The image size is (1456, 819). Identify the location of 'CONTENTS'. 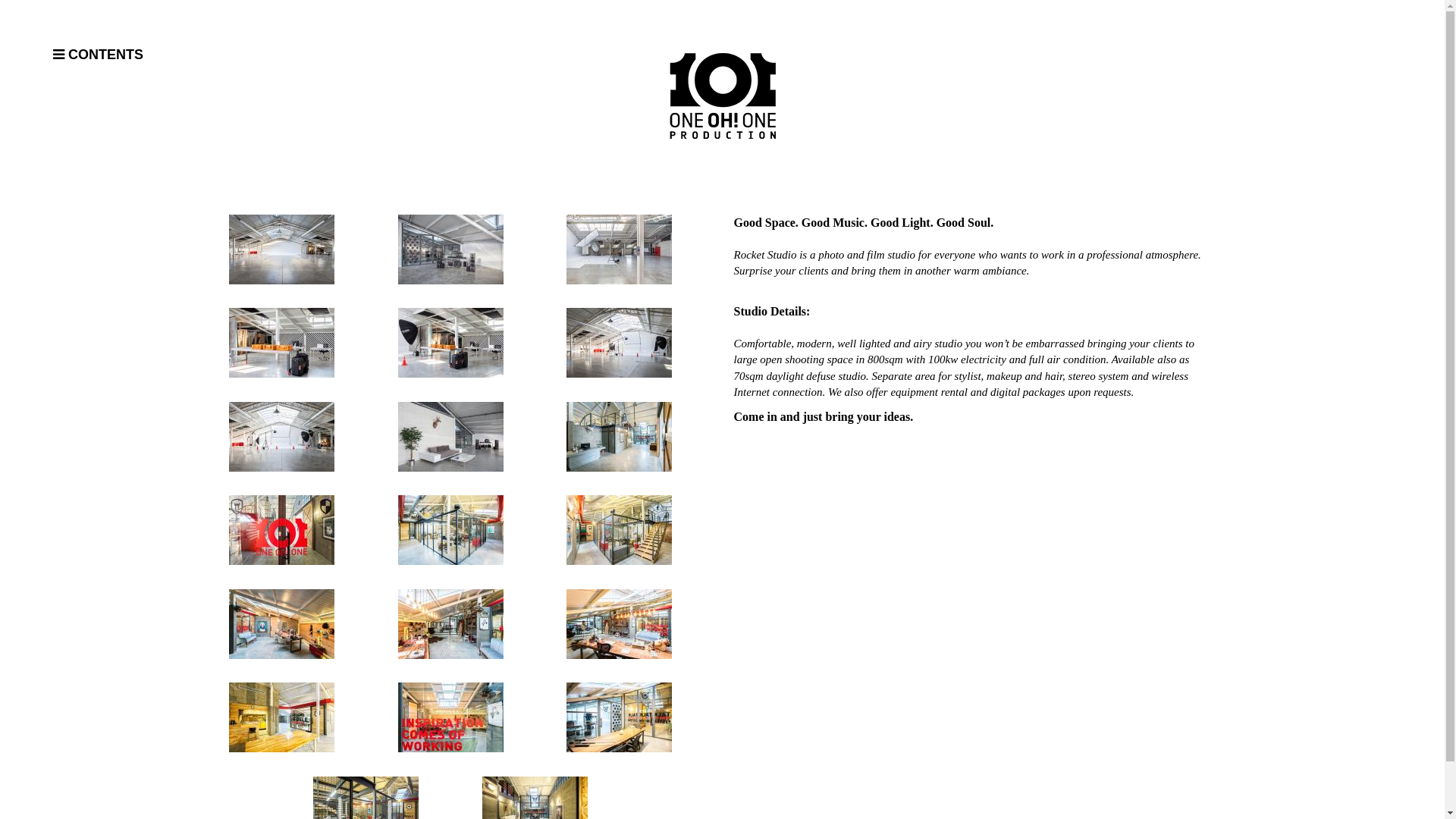
(148, 55).